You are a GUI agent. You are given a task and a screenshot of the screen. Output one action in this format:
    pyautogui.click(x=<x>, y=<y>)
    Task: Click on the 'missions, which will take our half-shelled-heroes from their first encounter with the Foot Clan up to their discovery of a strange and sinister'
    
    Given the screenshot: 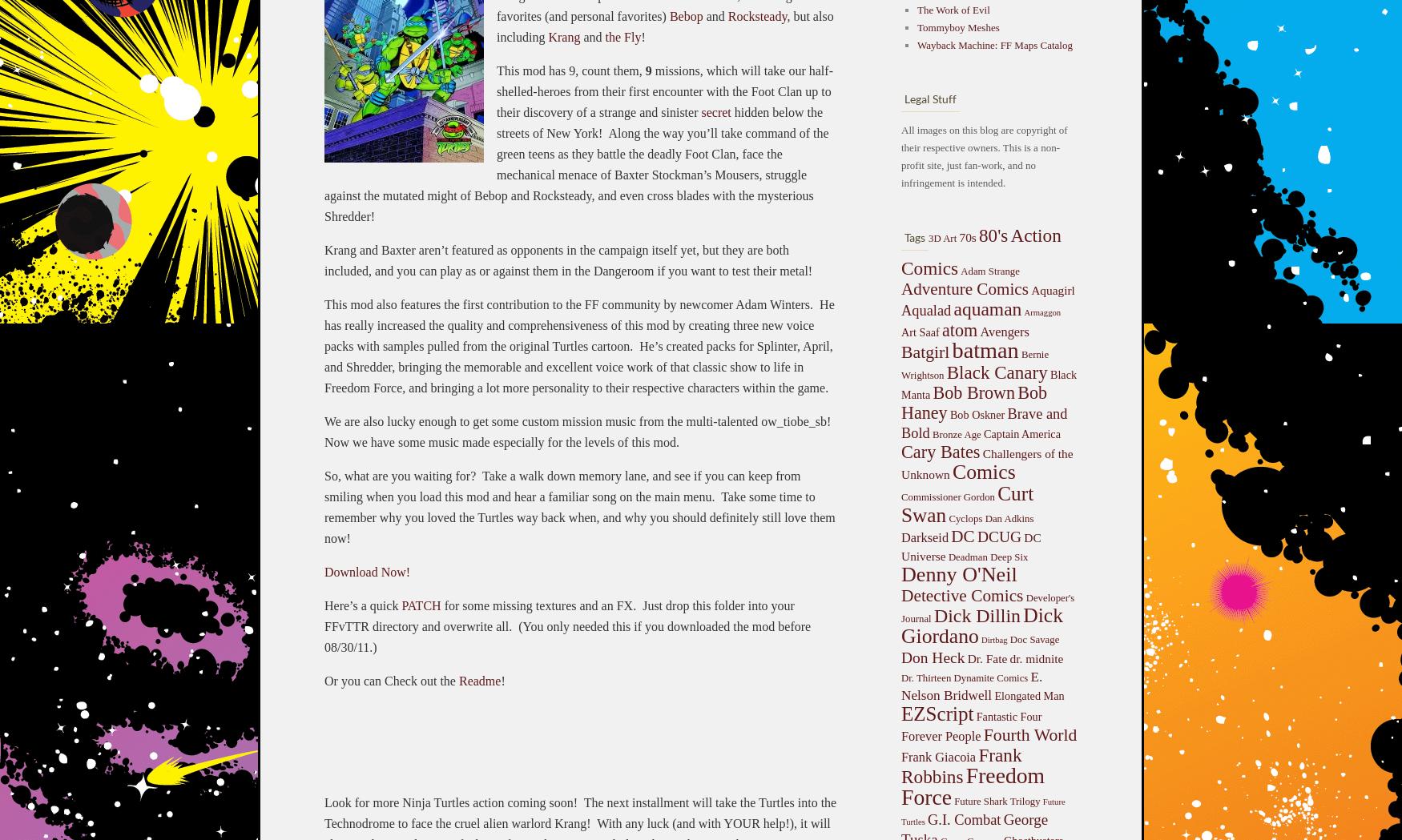 What is the action you would take?
    pyautogui.click(x=664, y=90)
    